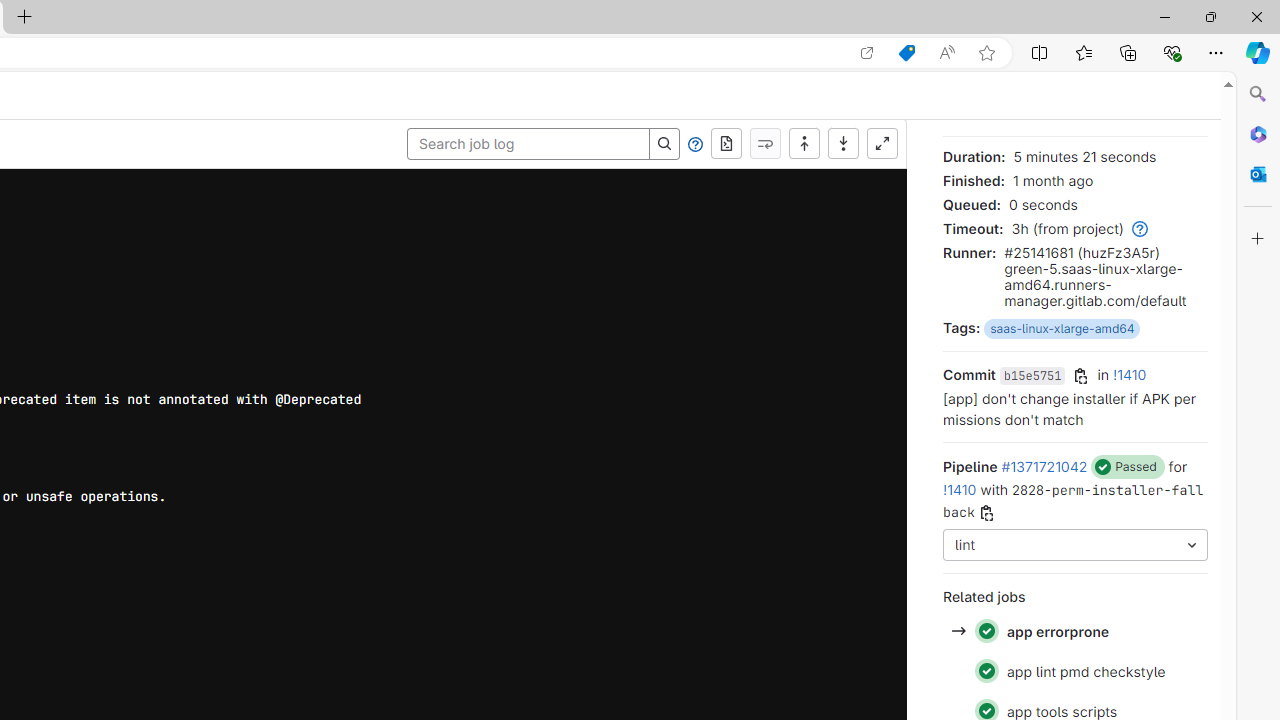 This screenshot has width=1280, height=720. I want to click on 'b15e5751', so click(1032, 376).